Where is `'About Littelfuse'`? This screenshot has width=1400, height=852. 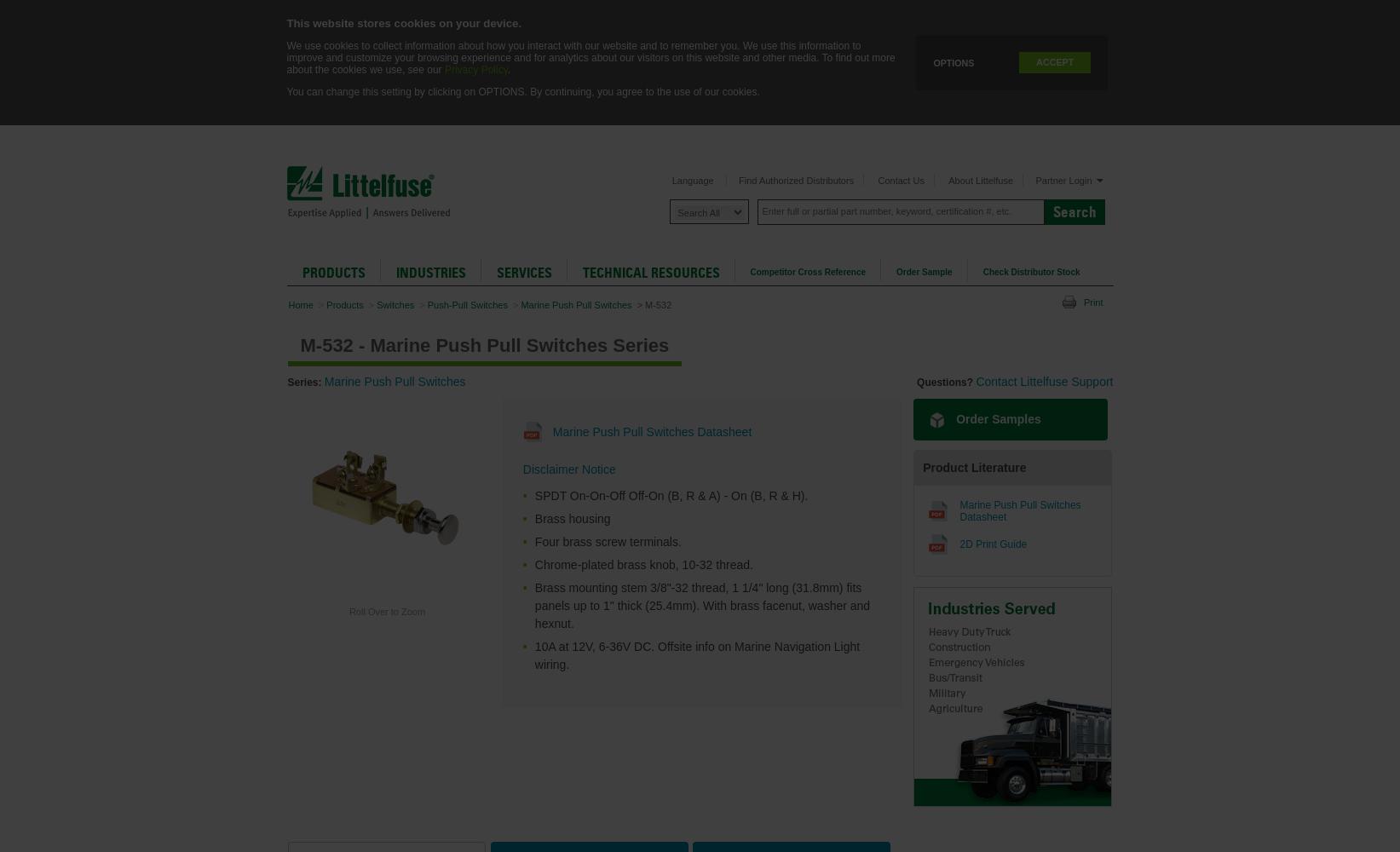 'About Littelfuse' is located at coordinates (980, 180).